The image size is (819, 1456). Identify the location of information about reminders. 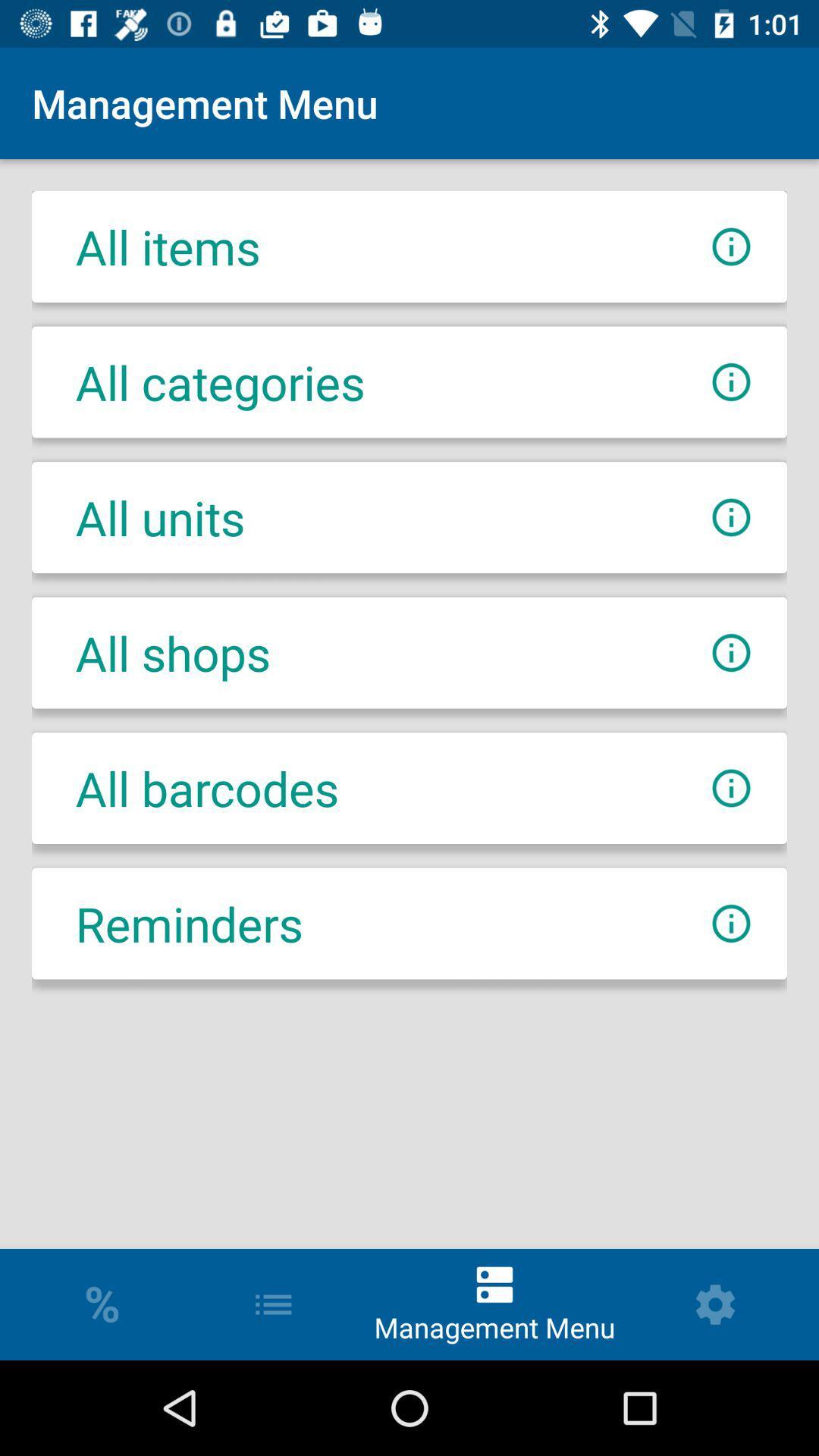
(730, 923).